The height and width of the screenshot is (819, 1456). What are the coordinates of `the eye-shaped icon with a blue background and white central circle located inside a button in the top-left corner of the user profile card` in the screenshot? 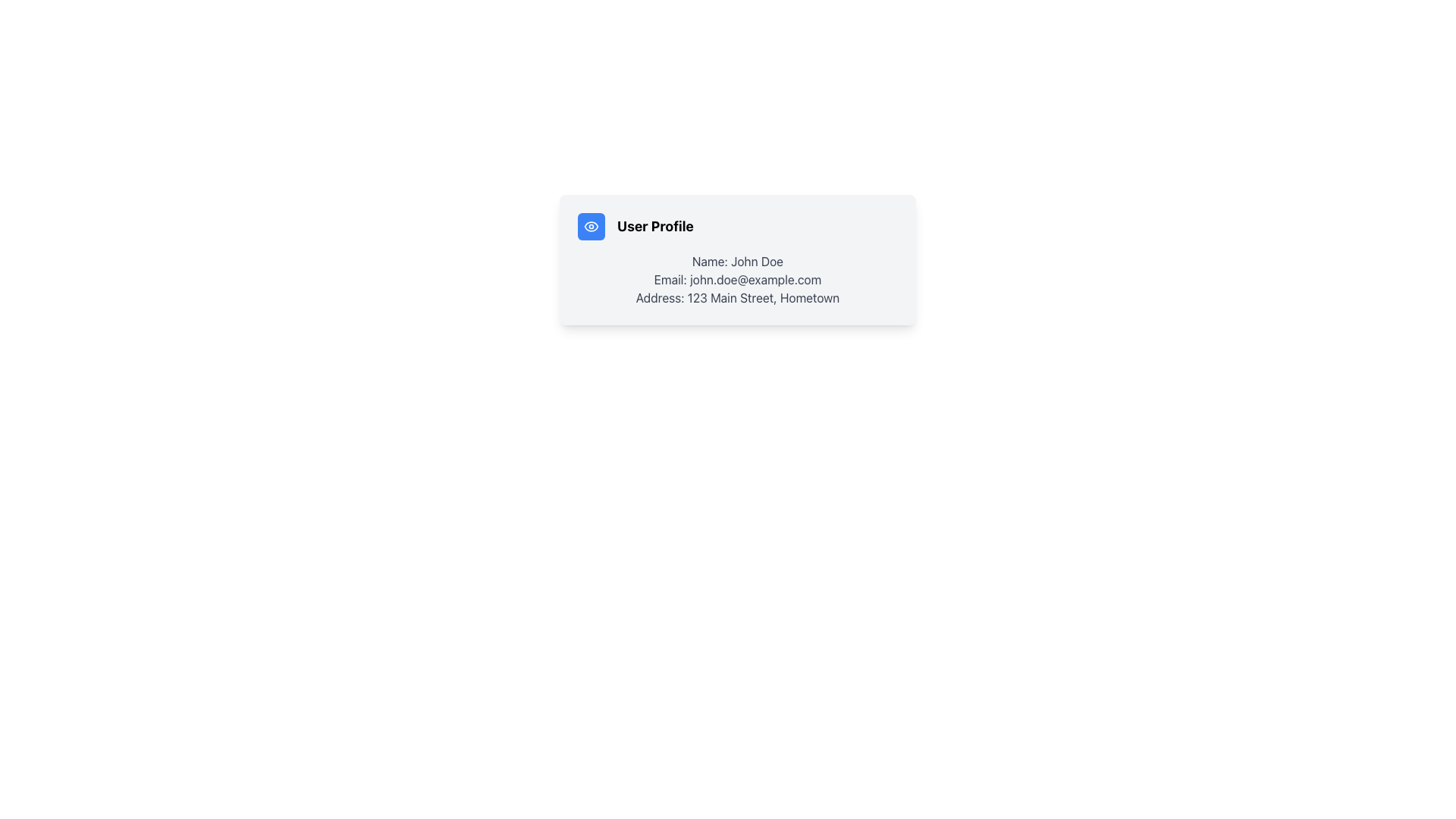 It's located at (590, 227).